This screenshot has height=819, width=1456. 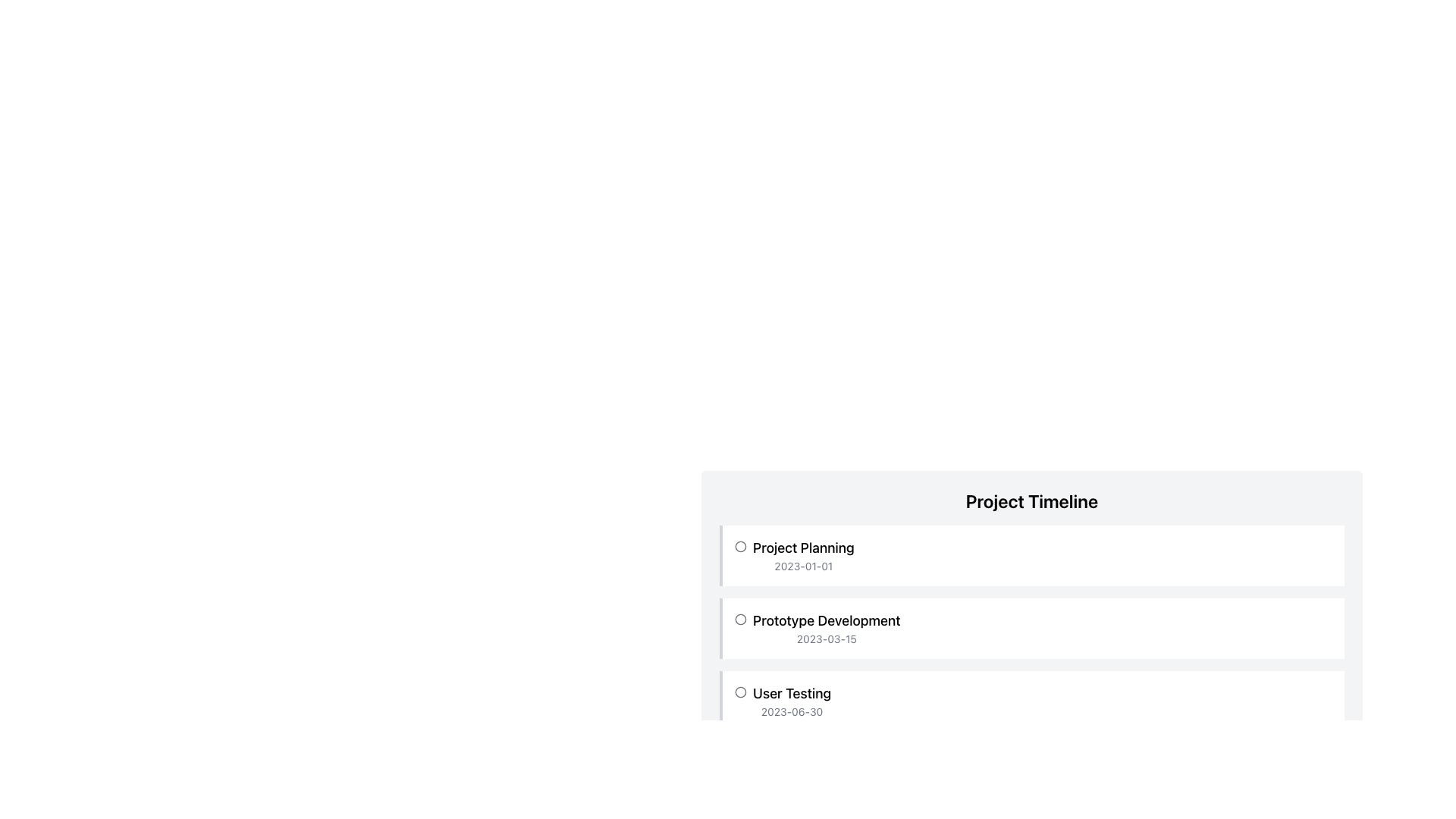 What do you see at coordinates (826, 639) in the screenshot?
I see `the small text label displaying the date '2023-03-15' in light gray font, located below the title 'Prototype Development'` at bounding box center [826, 639].